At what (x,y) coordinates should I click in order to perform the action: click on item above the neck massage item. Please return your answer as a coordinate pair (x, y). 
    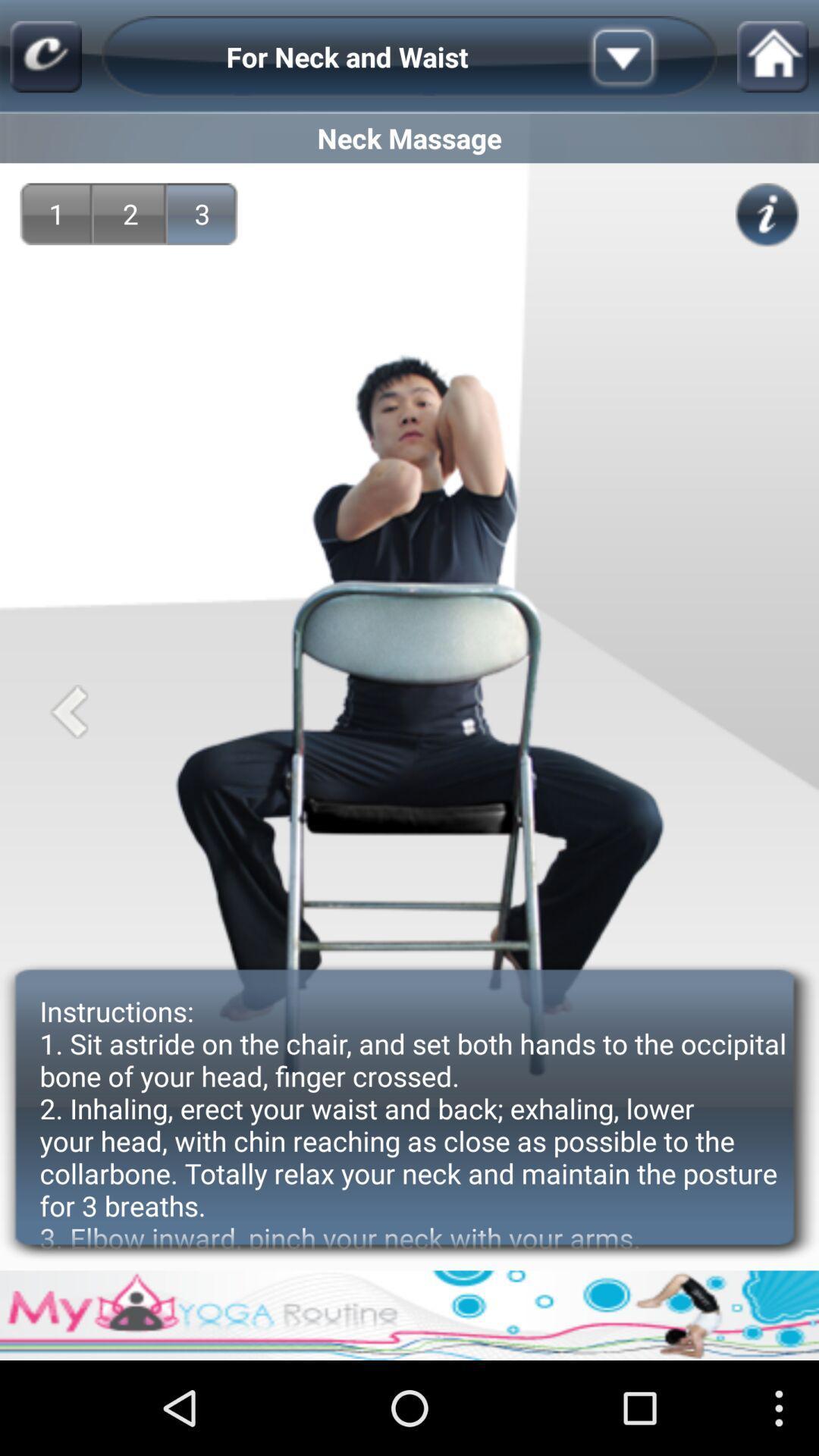
    Looking at the image, I should click on (647, 57).